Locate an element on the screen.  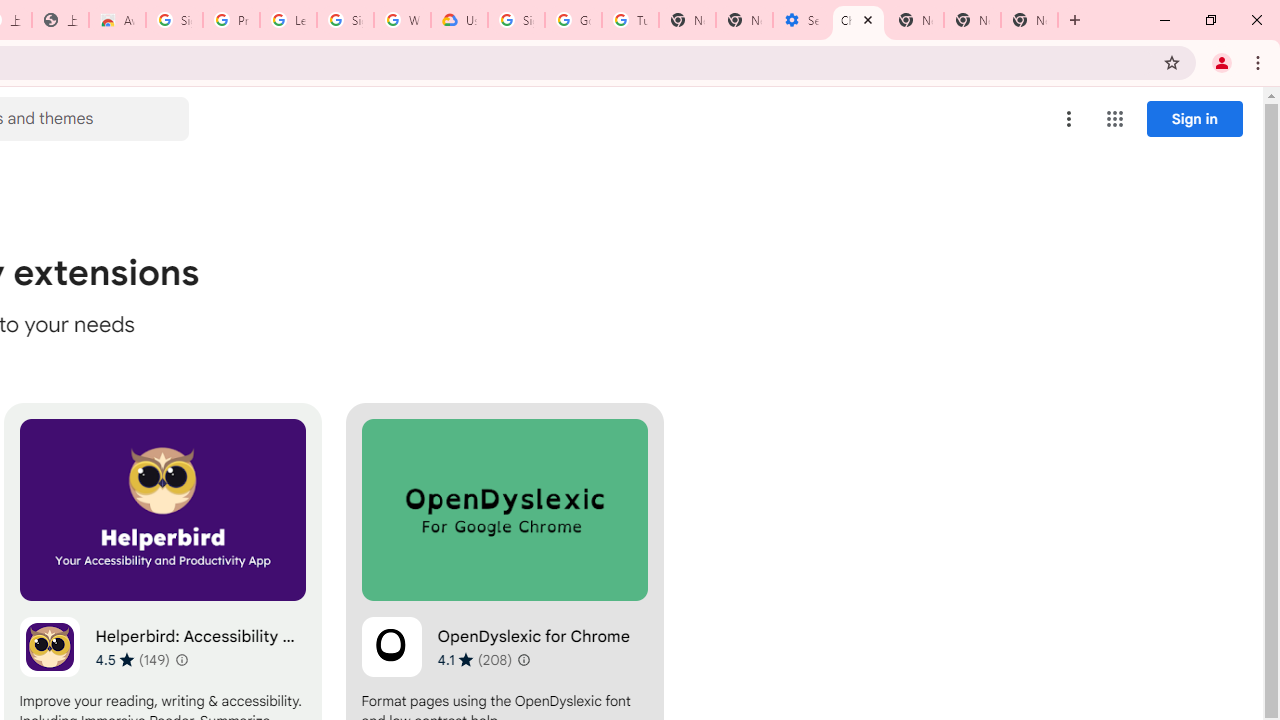
'Turn cookies on or off - Computer - Google Account Help' is located at coordinates (629, 20).